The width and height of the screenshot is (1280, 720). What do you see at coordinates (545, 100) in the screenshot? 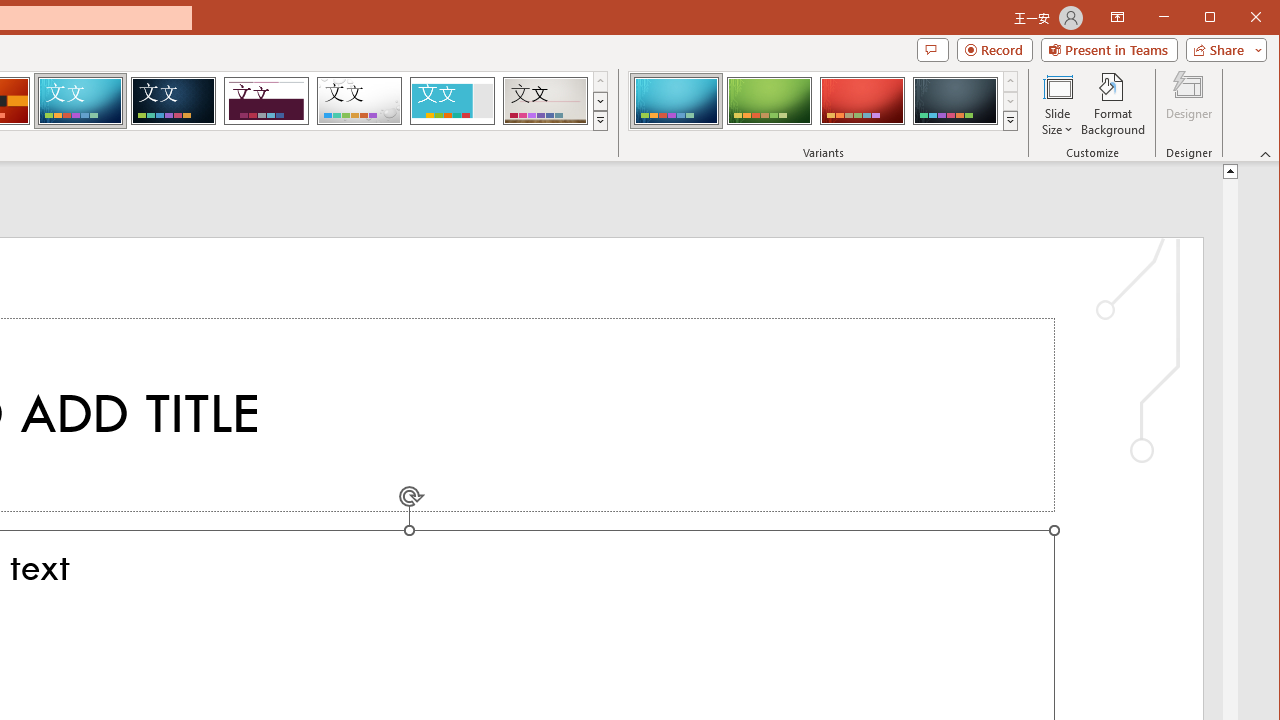
I see `'Gallery'` at bounding box center [545, 100].